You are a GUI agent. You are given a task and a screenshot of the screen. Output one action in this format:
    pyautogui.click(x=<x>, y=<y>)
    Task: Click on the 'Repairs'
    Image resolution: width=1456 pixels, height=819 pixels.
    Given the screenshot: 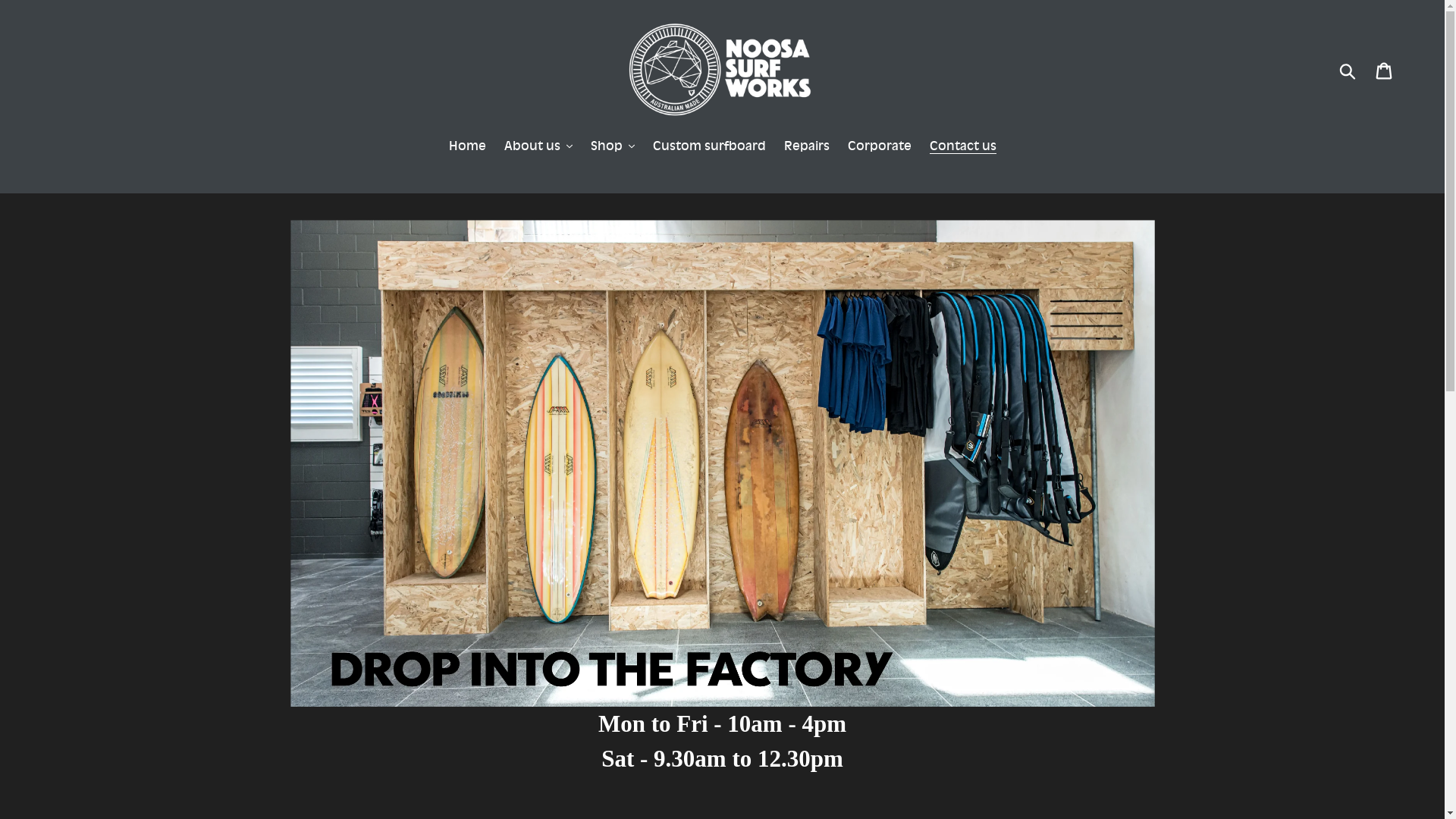 What is the action you would take?
    pyautogui.click(x=776, y=146)
    